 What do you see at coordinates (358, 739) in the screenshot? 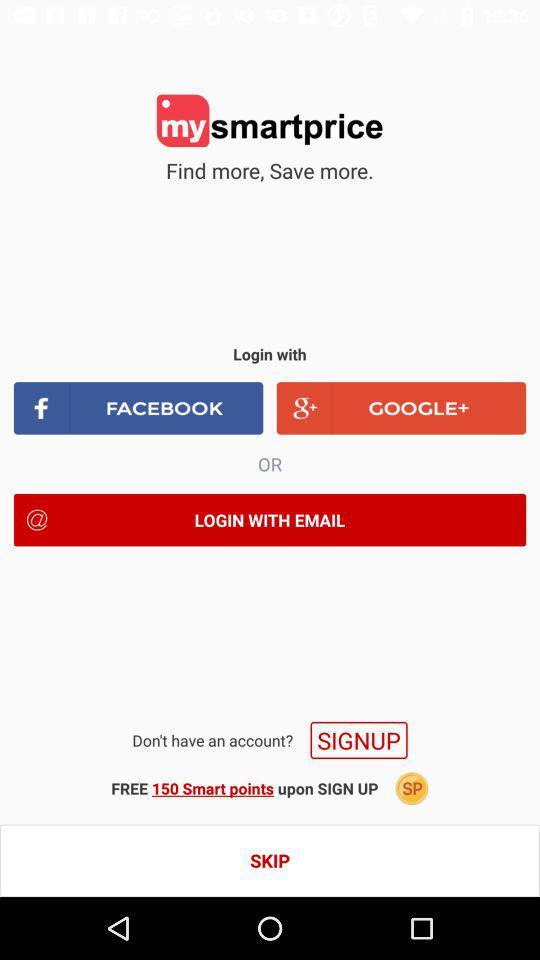
I see `the item next to don t have` at bounding box center [358, 739].